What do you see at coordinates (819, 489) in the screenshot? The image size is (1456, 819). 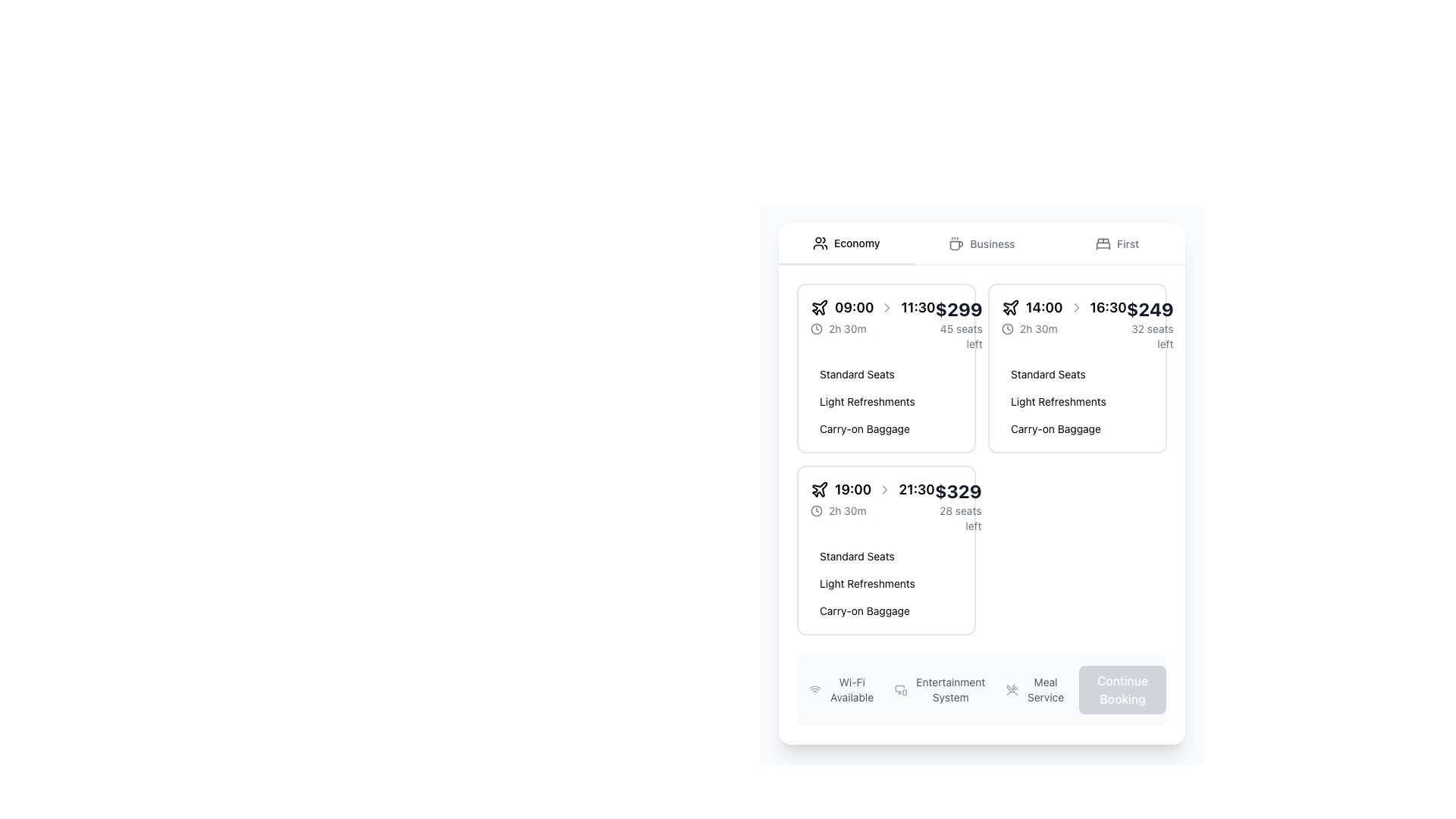 I see `the flight-related SVG icon located in the lower-left section under the 'Economy' tab of the flight selection panel to indicate interest or selection in the flight details for the departure time of '19:00'` at bounding box center [819, 489].